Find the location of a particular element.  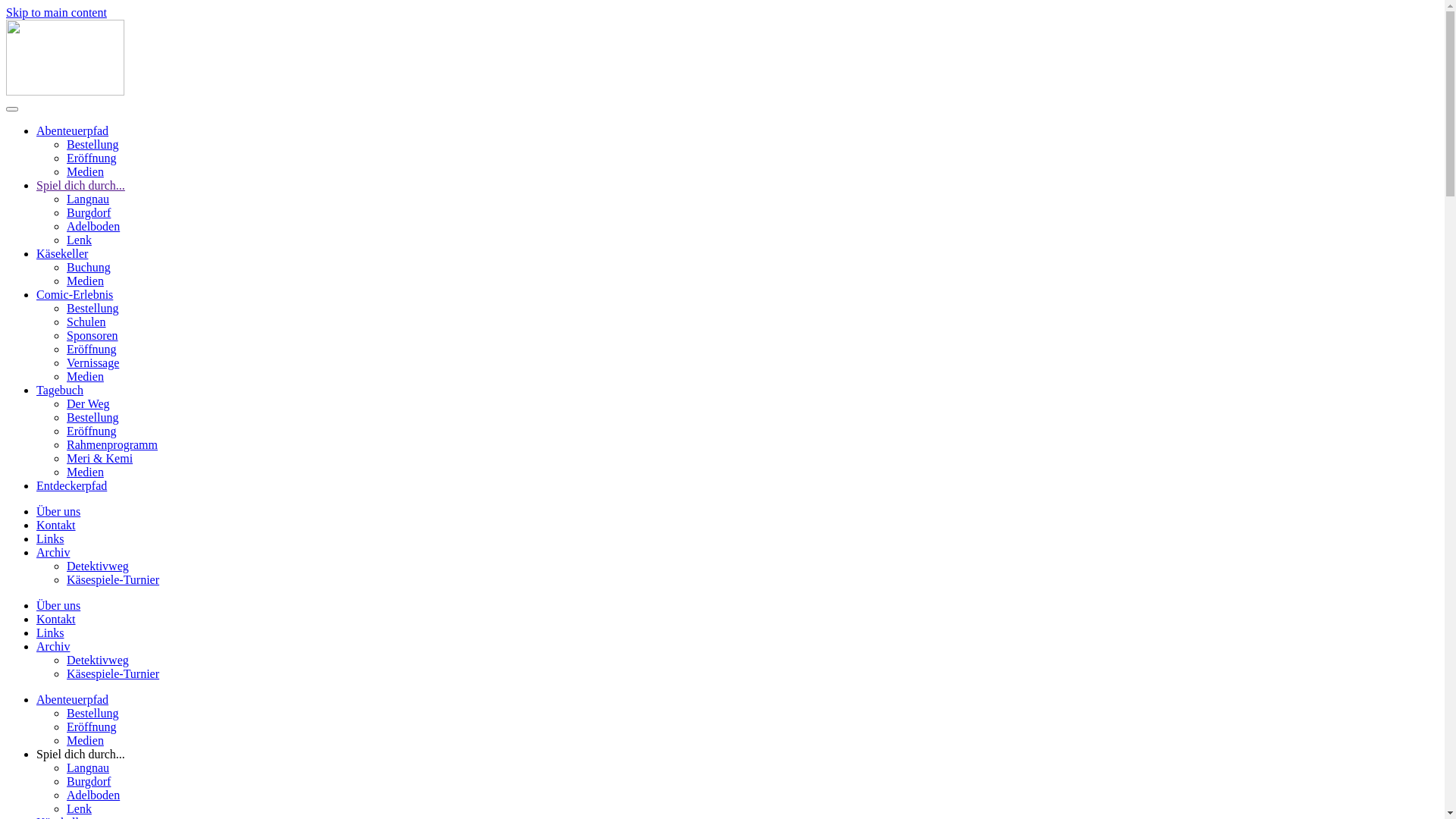

'Langnau' is located at coordinates (86, 767).